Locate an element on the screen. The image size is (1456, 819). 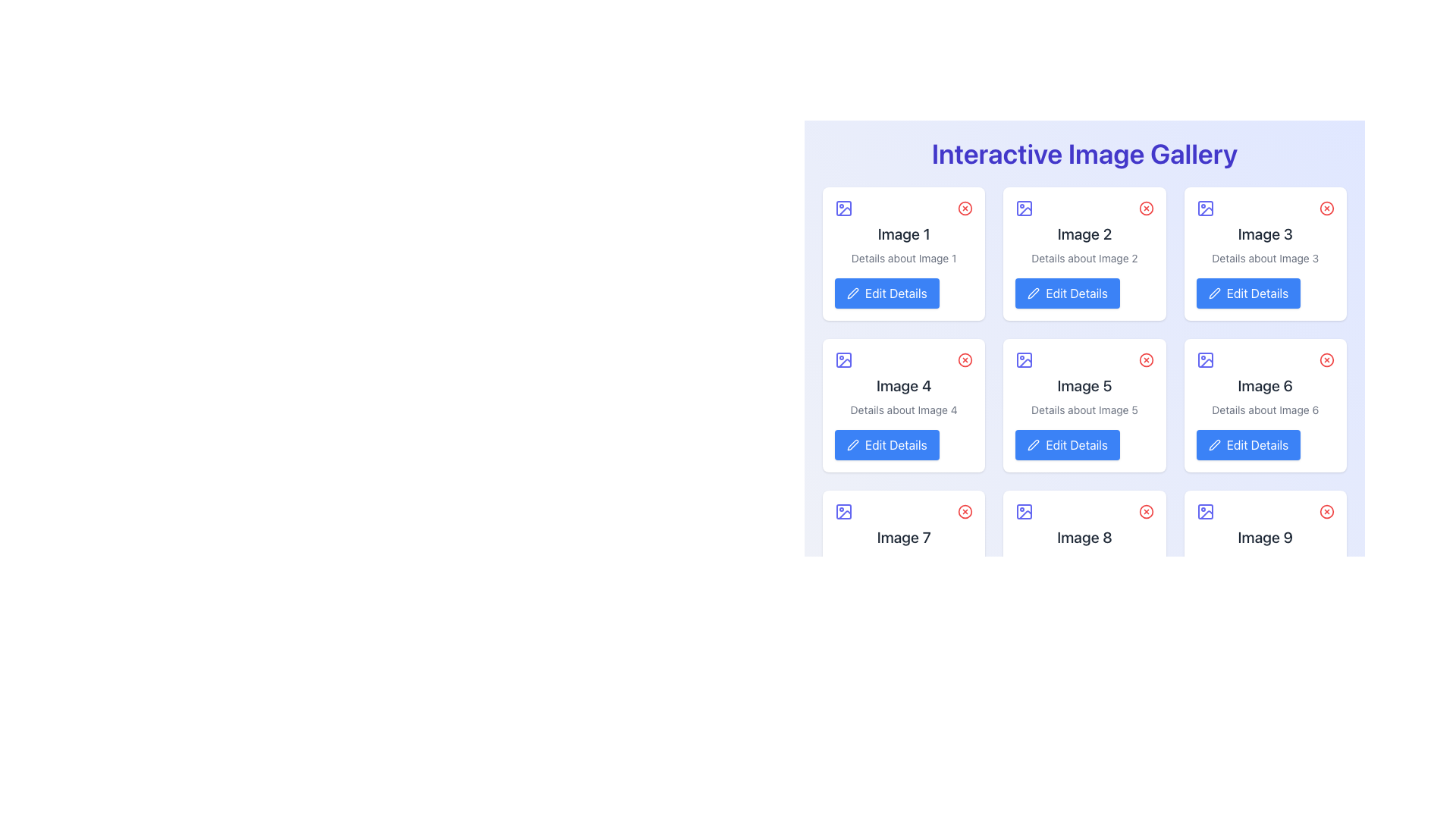
the Text label indicating 'Image 3' located at the top-center of the third card in a three-column grid layout is located at coordinates (1265, 234).